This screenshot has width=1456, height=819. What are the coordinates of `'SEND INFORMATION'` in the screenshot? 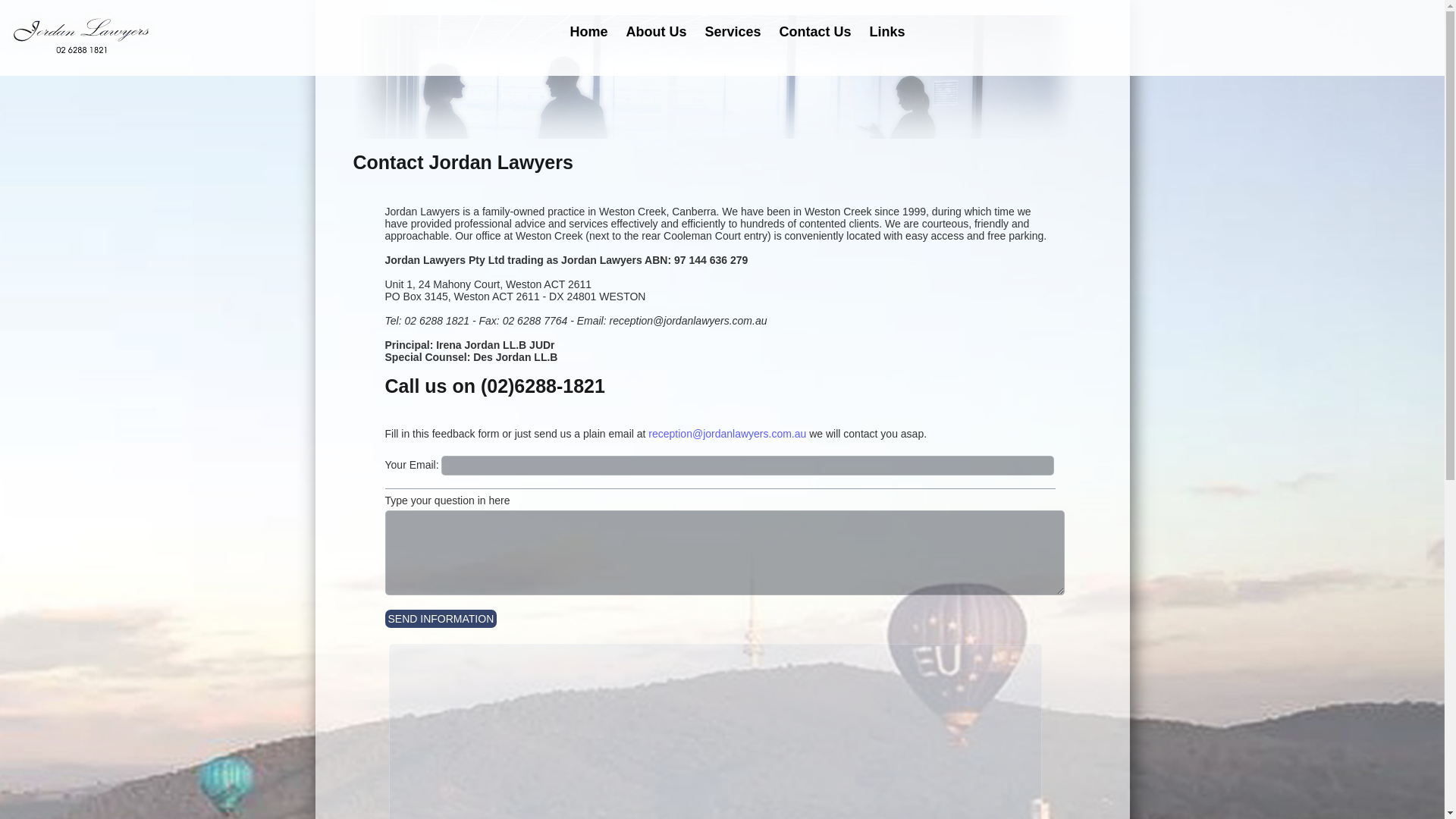 It's located at (385, 619).